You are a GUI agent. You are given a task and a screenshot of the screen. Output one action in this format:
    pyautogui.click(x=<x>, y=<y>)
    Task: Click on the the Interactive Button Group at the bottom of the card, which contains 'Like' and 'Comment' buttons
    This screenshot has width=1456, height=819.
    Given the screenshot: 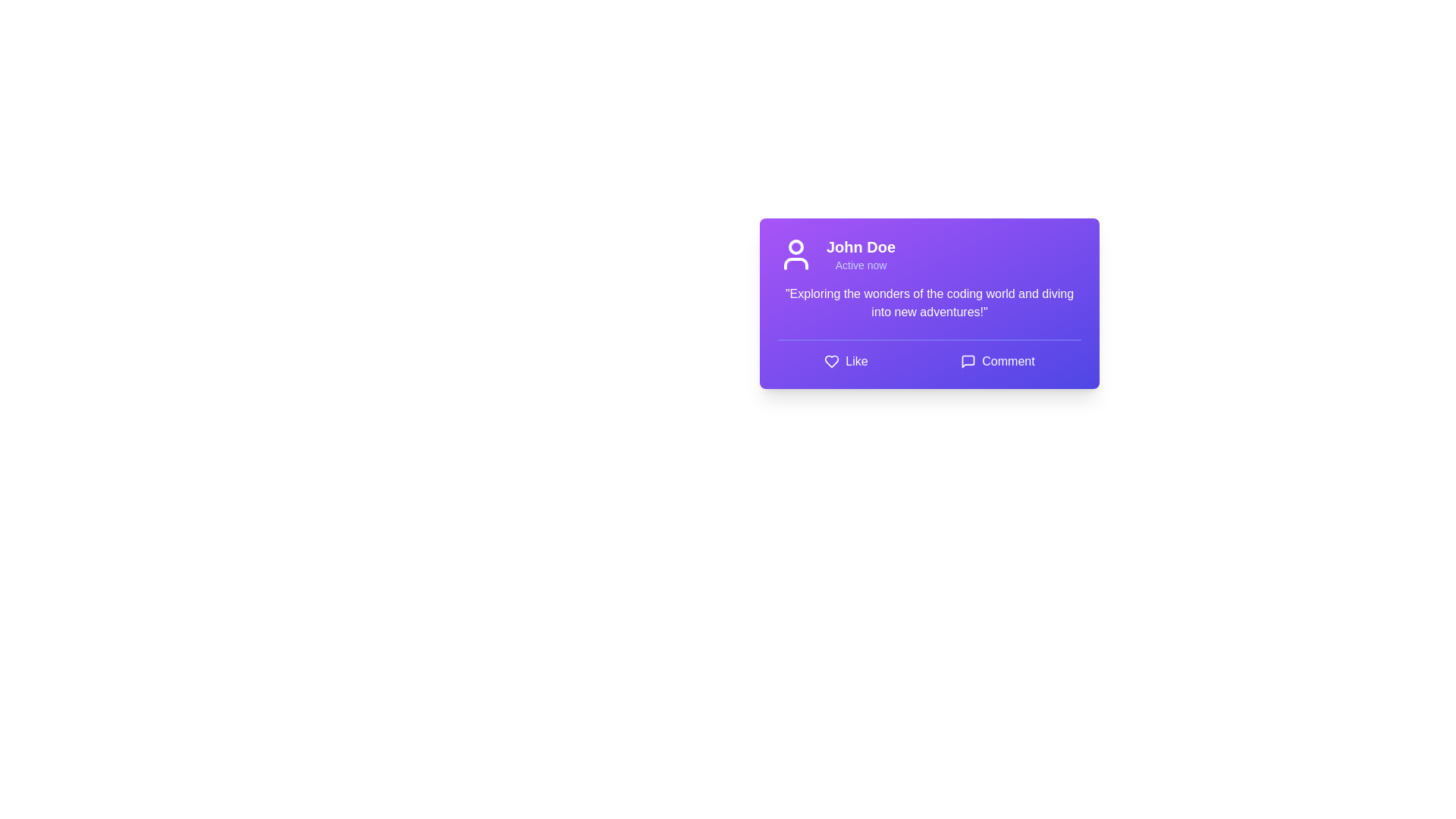 What is the action you would take?
    pyautogui.click(x=928, y=355)
    